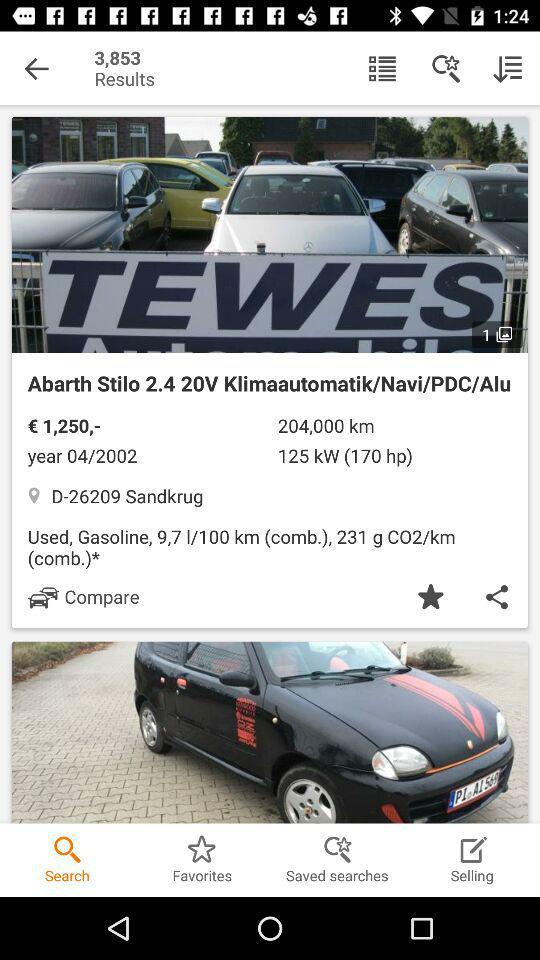  What do you see at coordinates (36, 68) in the screenshot?
I see `the item to the left of the 3,853` at bounding box center [36, 68].